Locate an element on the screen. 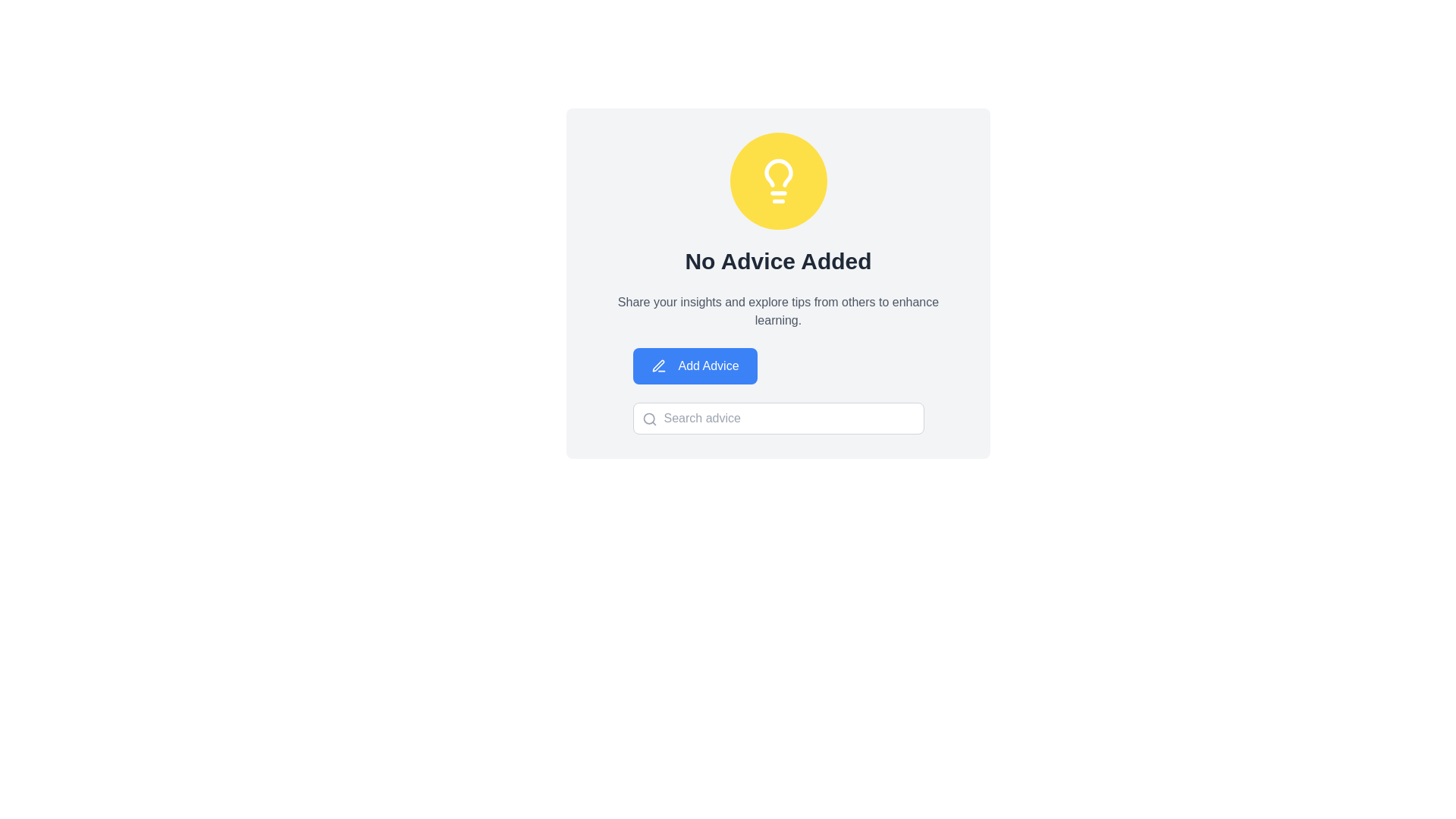 Image resolution: width=1456 pixels, height=819 pixels. the blue 'Add Advice' button with rounded corners, which features a left-aligned pen icon and white text is located at coordinates (694, 366).